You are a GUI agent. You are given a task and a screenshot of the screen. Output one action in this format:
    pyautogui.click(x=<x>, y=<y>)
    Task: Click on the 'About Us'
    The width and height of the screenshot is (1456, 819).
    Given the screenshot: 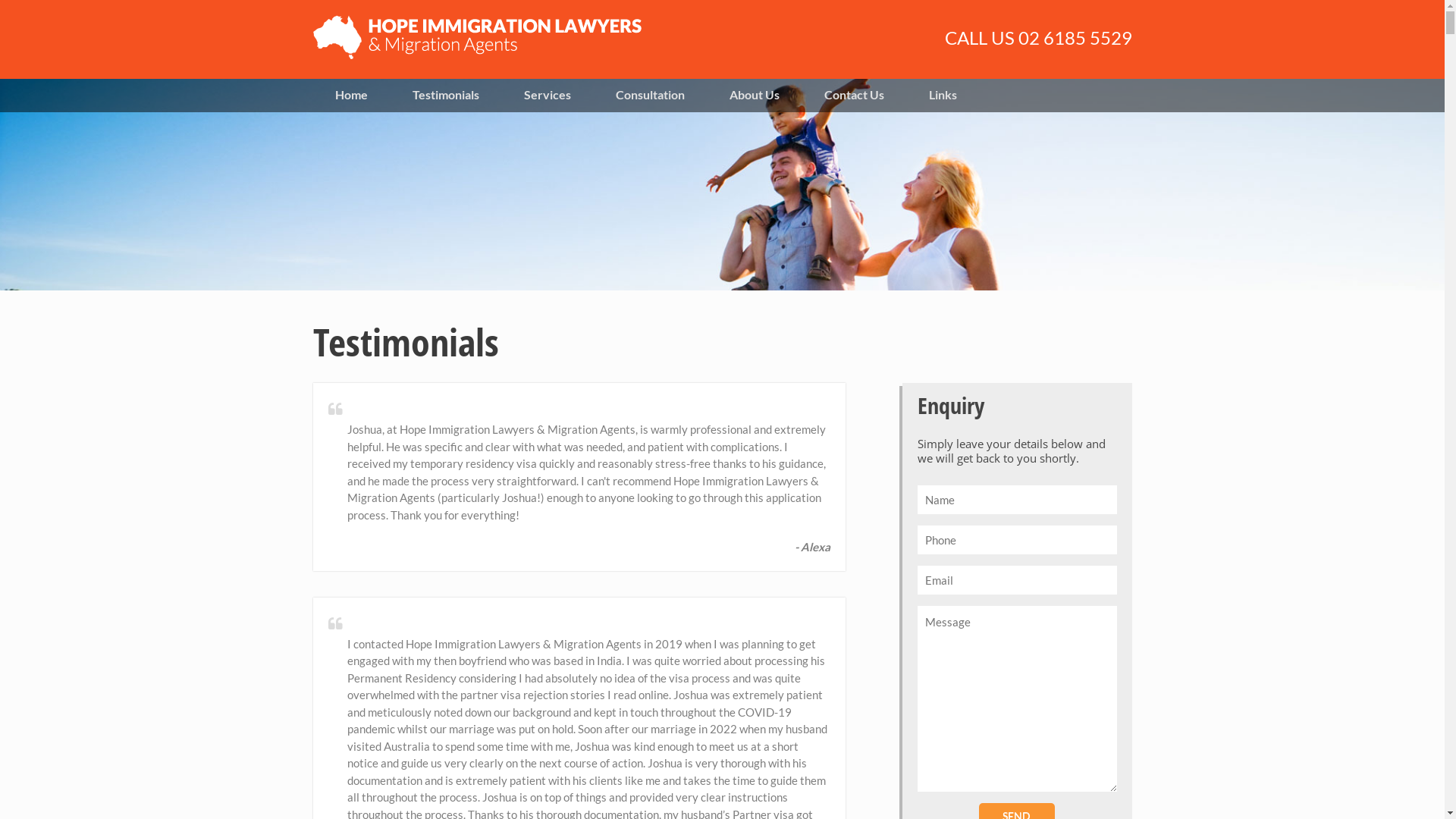 What is the action you would take?
    pyautogui.click(x=705, y=94)
    